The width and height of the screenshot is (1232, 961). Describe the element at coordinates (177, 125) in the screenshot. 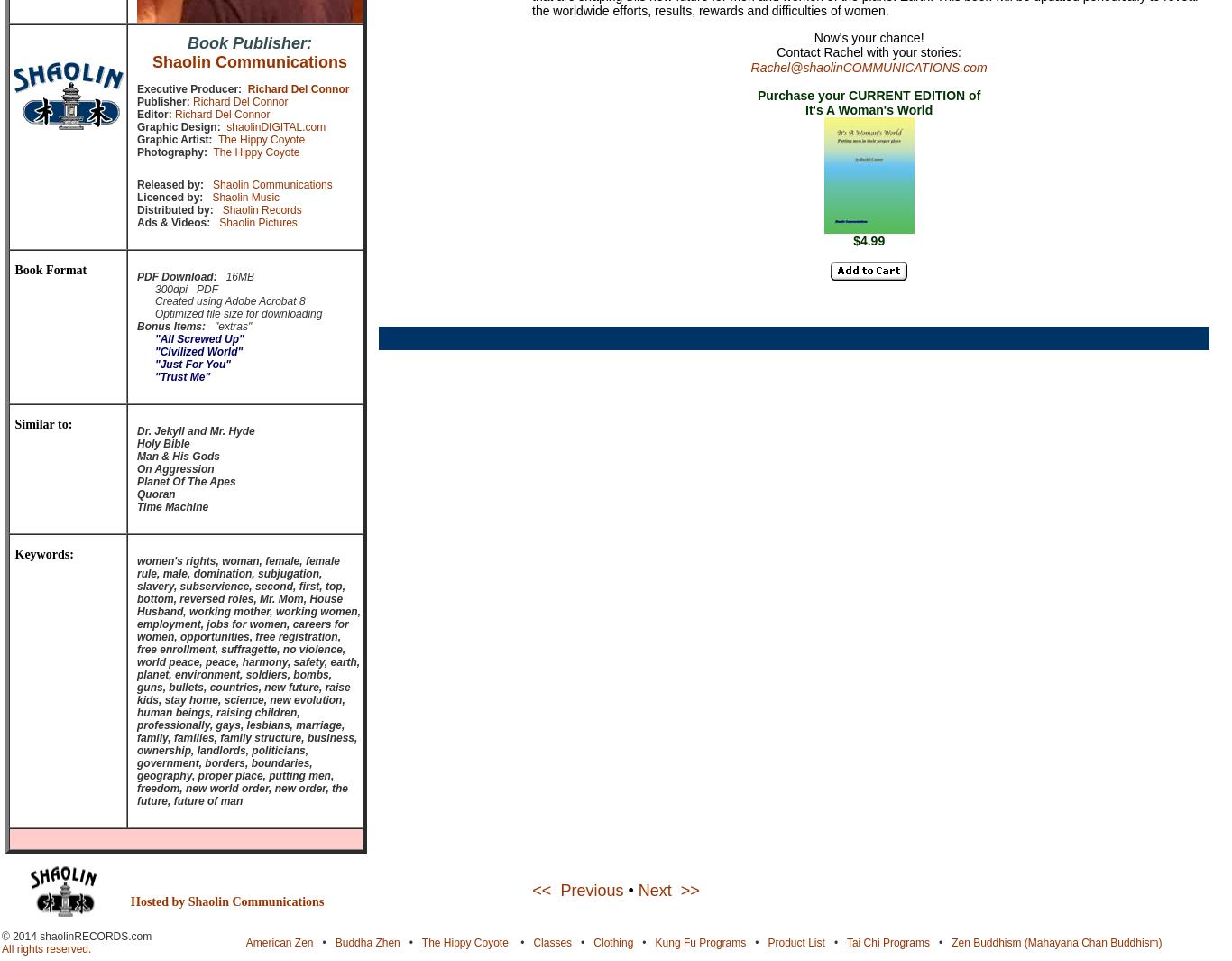

I see `'Graphic Design:'` at that location.